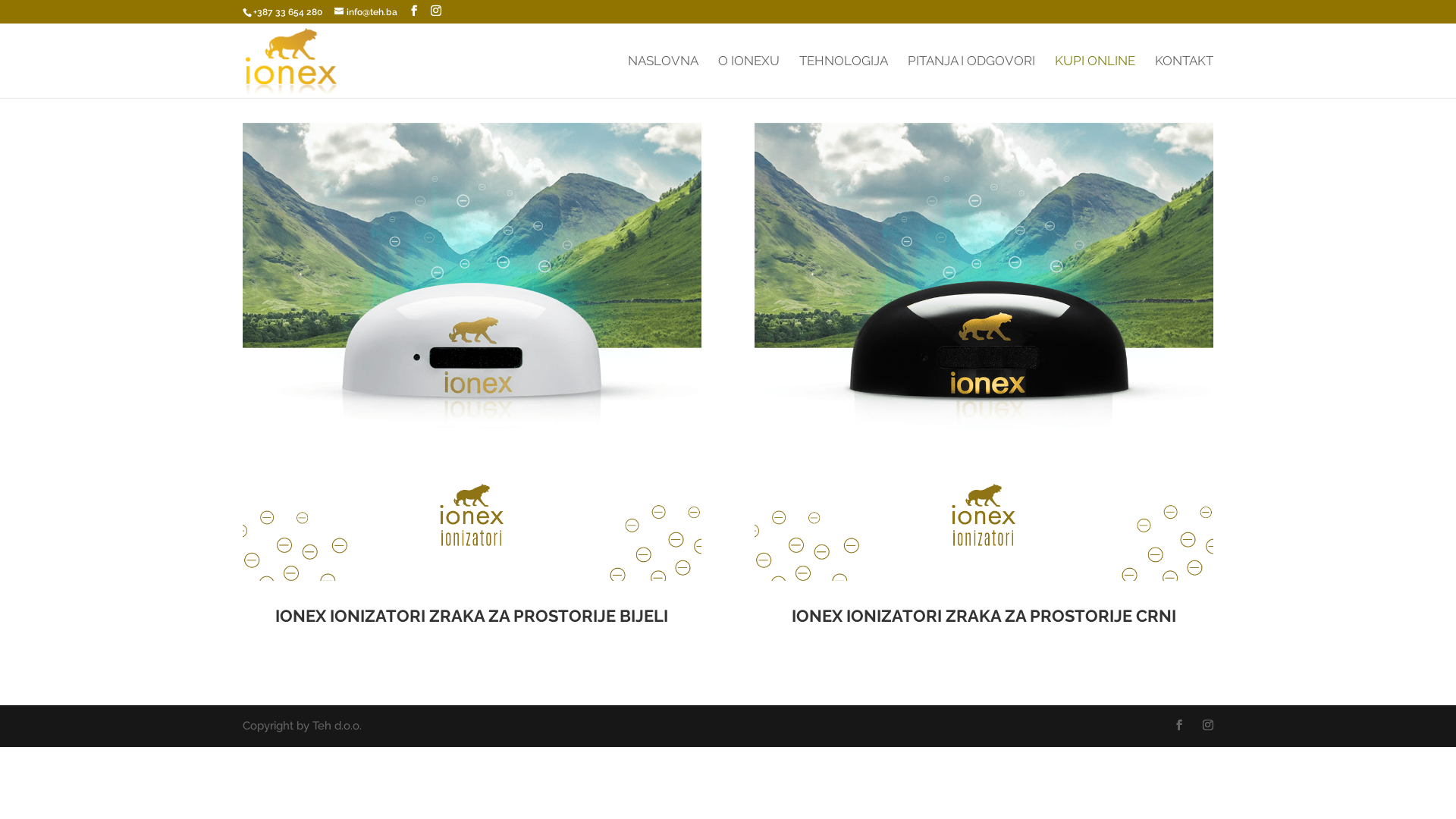 This screenshot has width=1456, height=819. What do you see at coordinates (971, 76) in the screenshot?
I see `'PITANJA I ODGOVORI'` at bounding box center [971, 76].